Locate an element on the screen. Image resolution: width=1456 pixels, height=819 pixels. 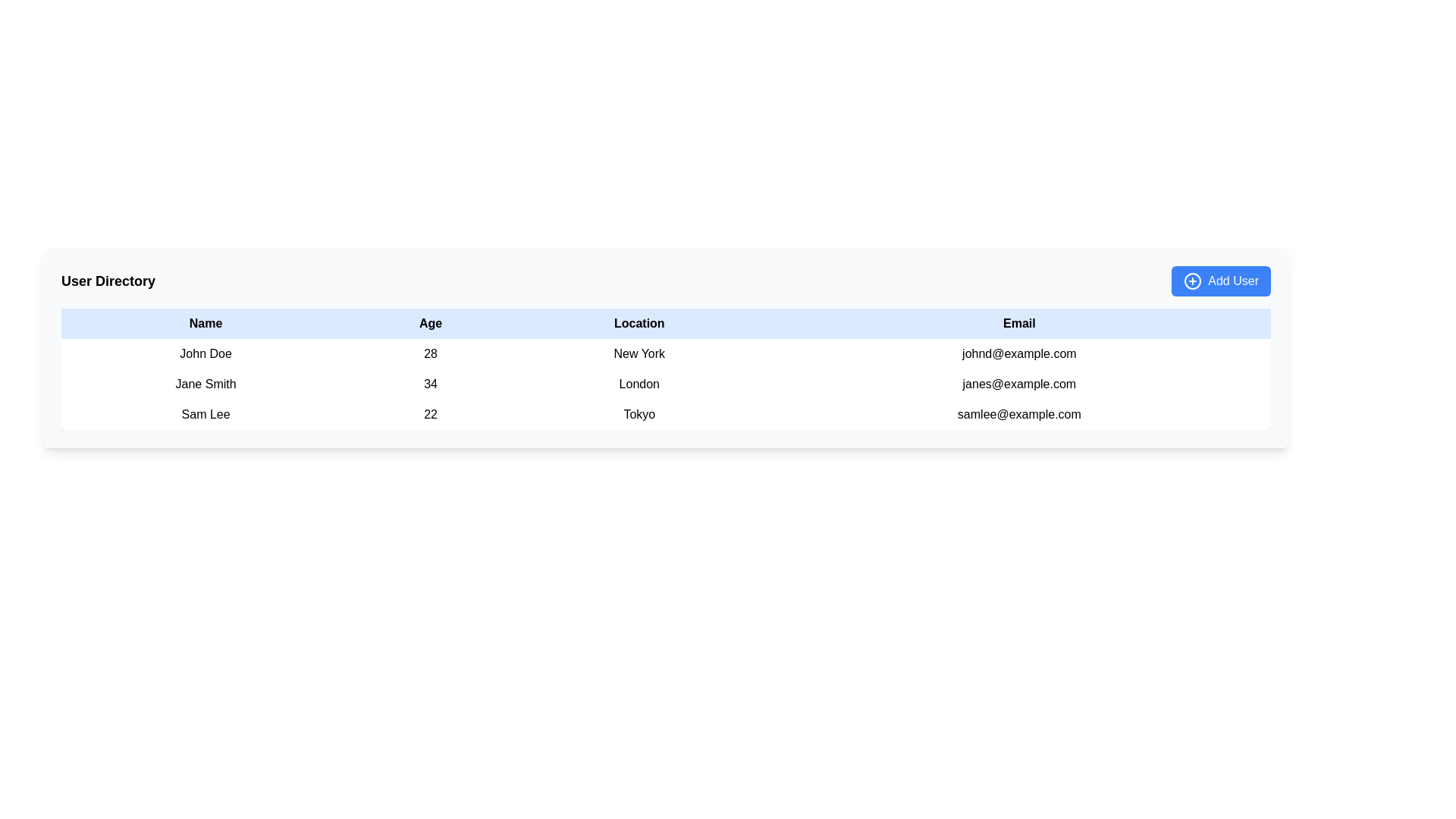
the table header labeled 'Email', which is the last column header in a user table, positioned to the right of the 'Location' header is located at coordinates (1019, 323).